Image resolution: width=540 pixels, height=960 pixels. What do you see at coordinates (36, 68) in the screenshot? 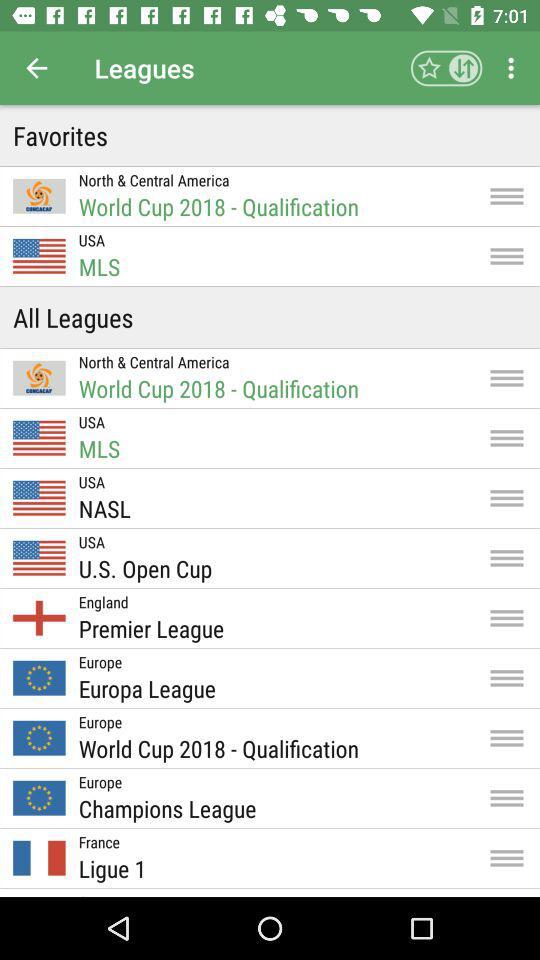
I see `the item to the left of the leagues icon` at bounding box center [36, 68].